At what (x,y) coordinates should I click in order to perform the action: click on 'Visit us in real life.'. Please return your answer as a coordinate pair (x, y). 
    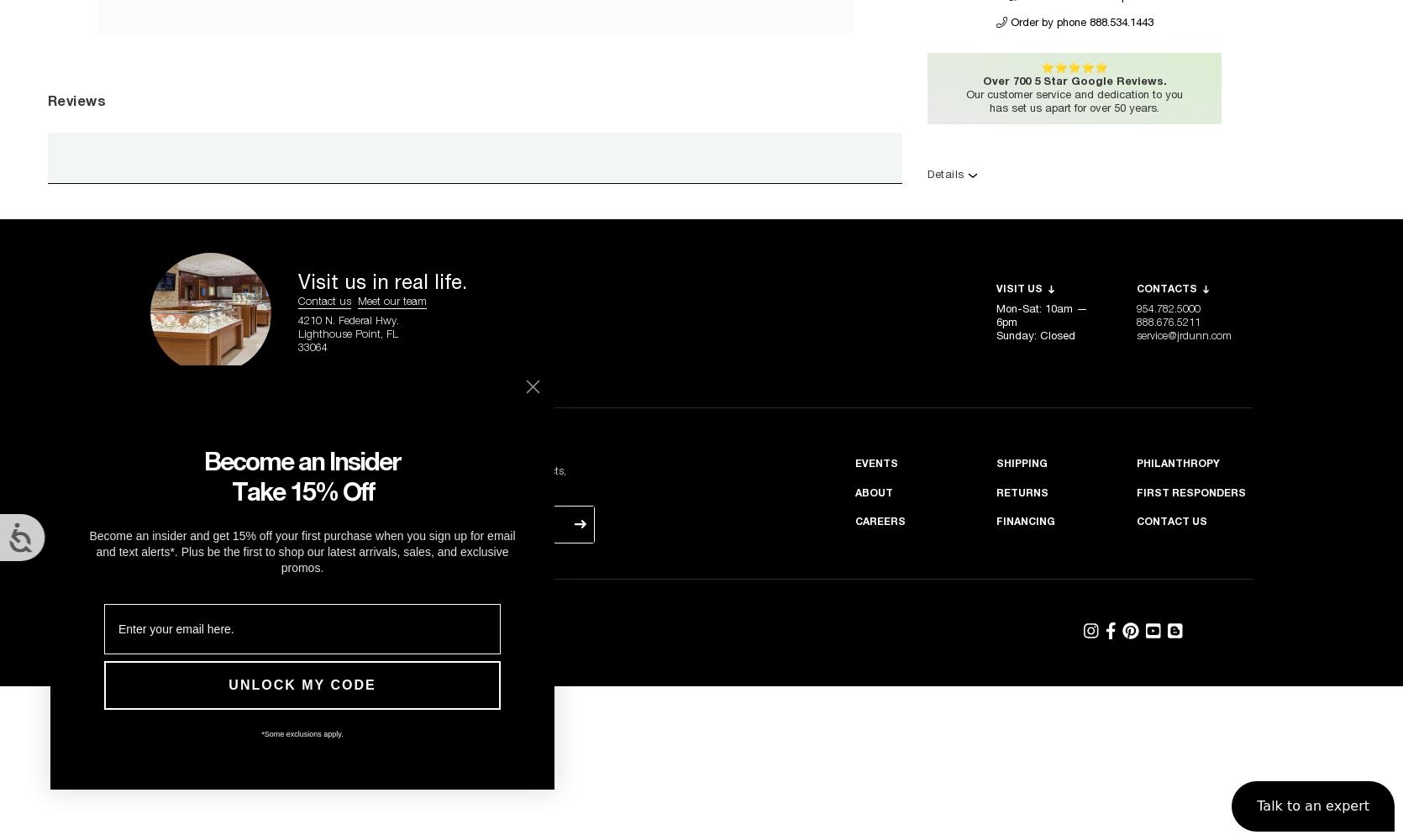
    Looking at the image, I should click on (381, 282).